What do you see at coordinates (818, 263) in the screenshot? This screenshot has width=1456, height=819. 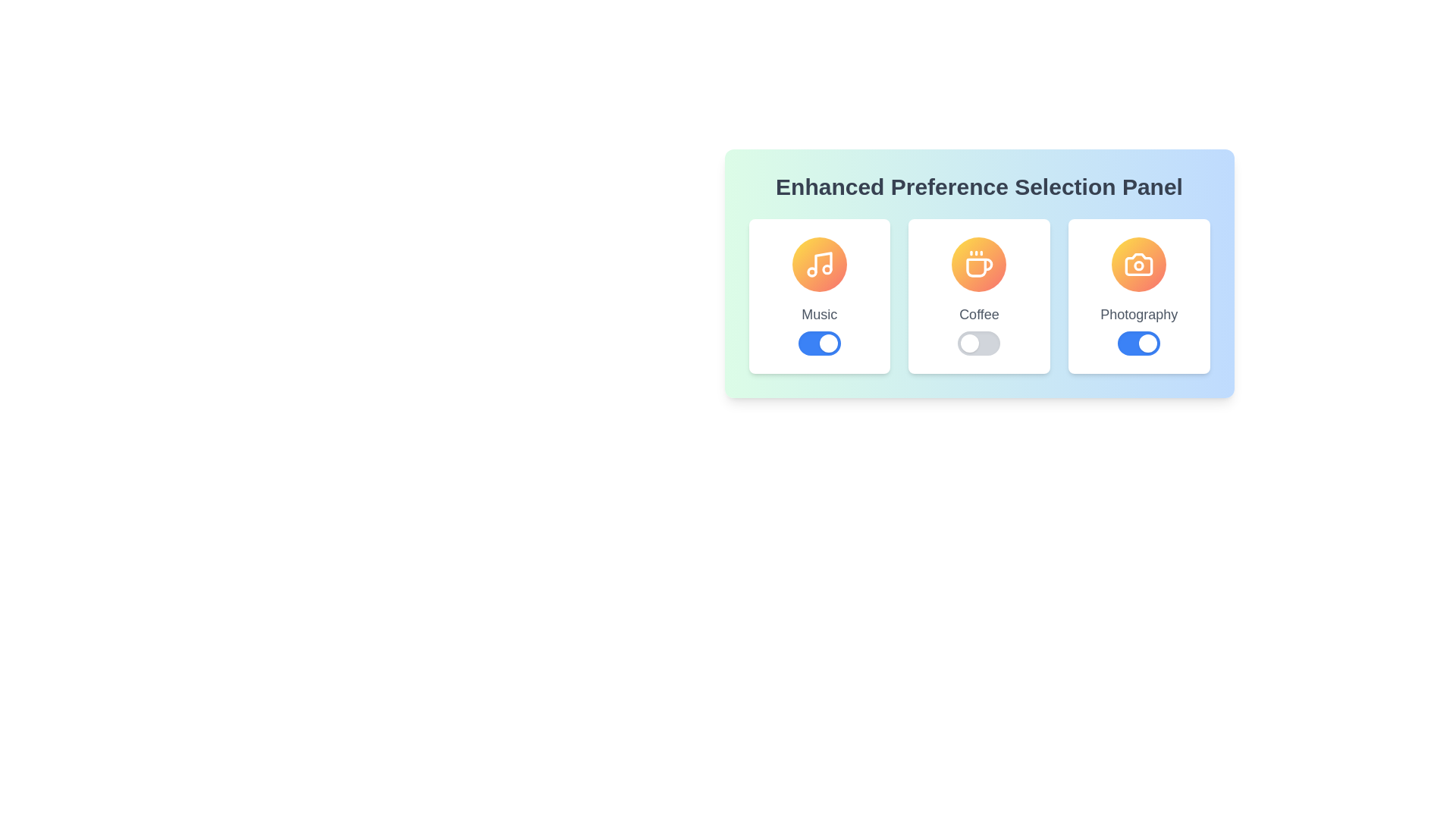 I see `the icon for Music` at bounding box center [818, 263].